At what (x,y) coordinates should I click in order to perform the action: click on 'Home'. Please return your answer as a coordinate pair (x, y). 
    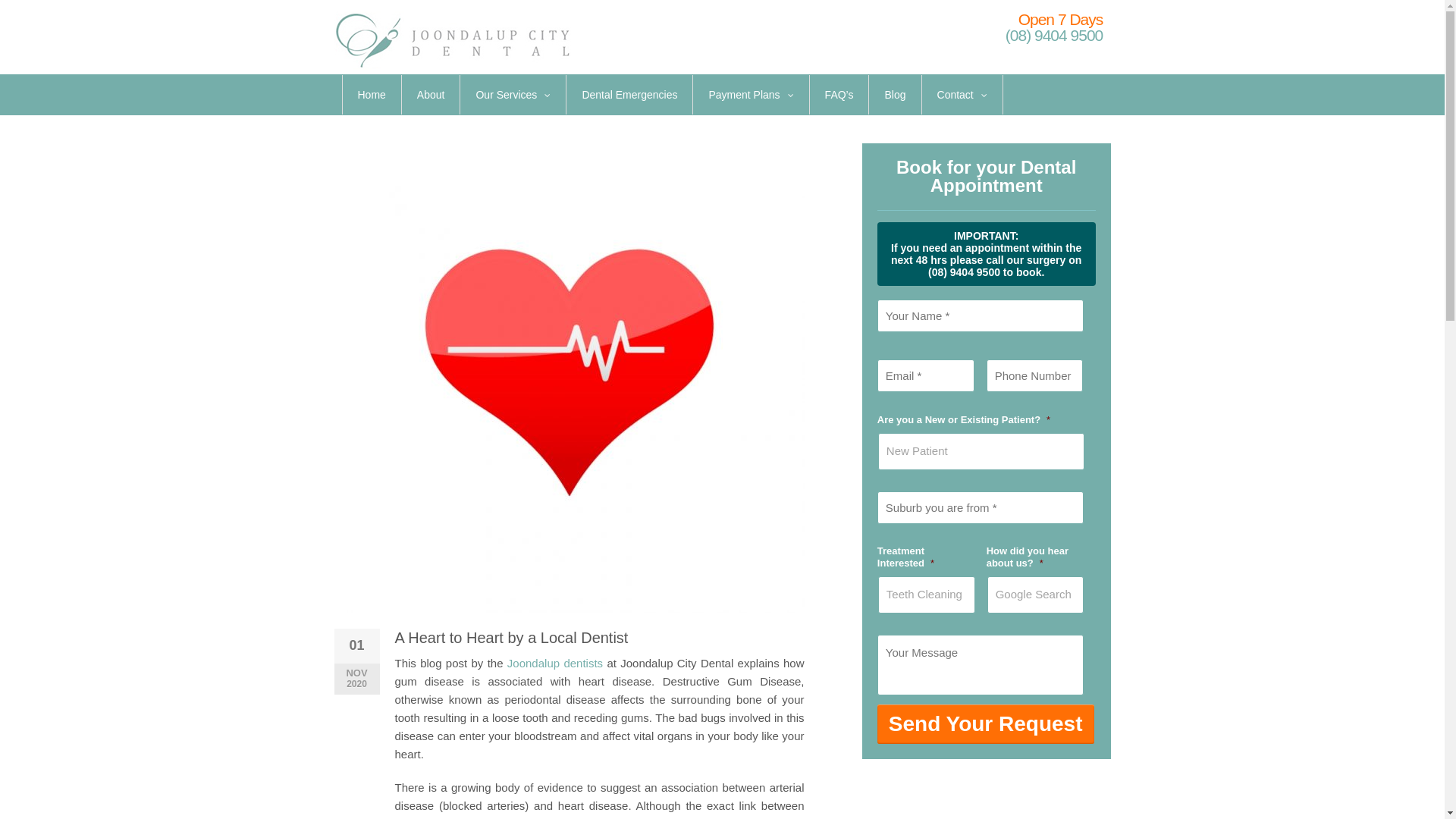
    Looking at the image, I should click on (372, 94).